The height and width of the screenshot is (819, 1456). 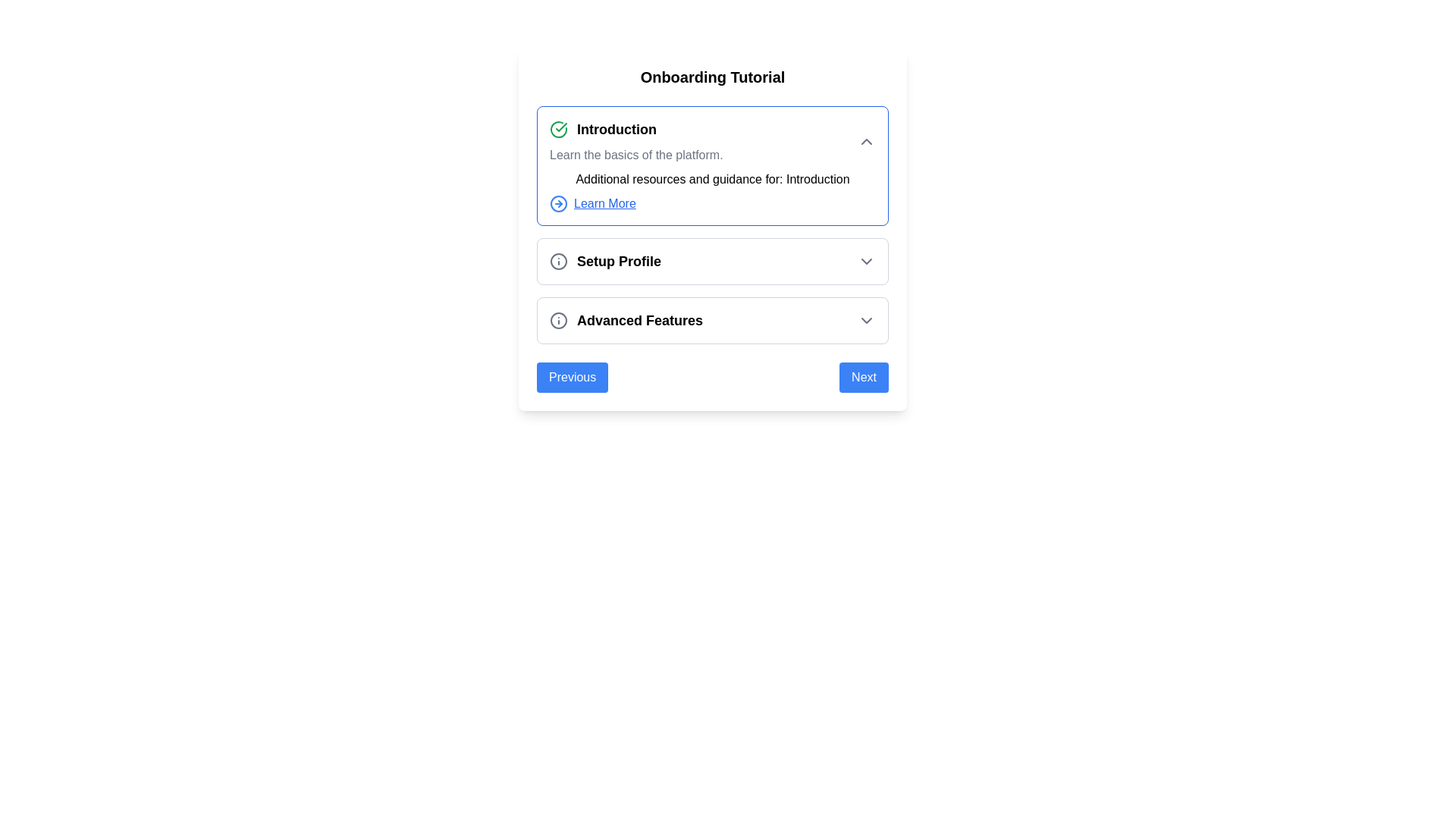 What do you see at coordinates (558, 128) in the screenshot?
I see `the confirmation icon that indicates the 'Introduction' section has been completed, located at the top left corner of the 'Introduction' section in the 'Onboarding Tutorial' interface` at bounding box center [558, 128].